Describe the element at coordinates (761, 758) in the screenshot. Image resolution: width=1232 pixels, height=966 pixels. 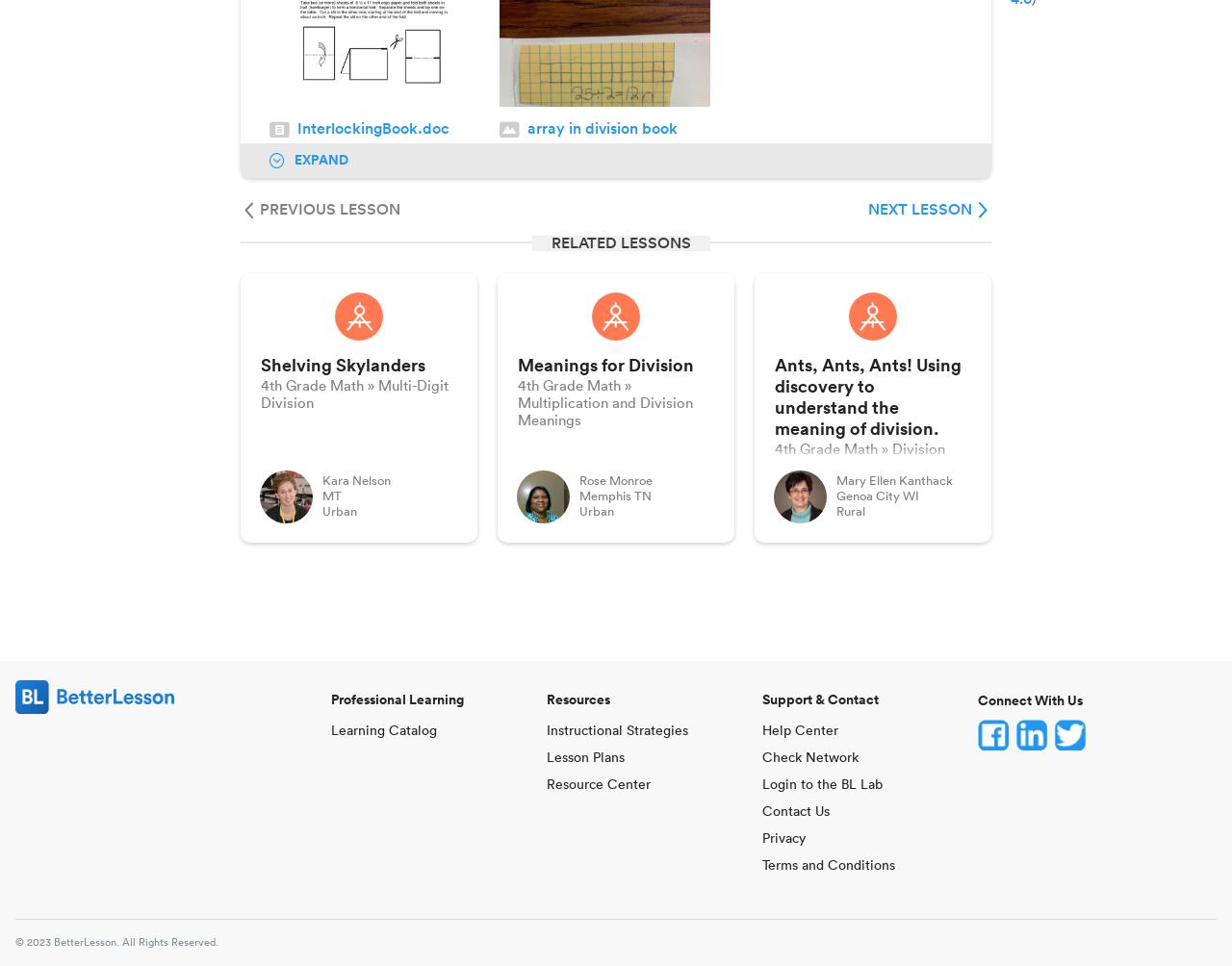
I see `'Check Network'` at that location.